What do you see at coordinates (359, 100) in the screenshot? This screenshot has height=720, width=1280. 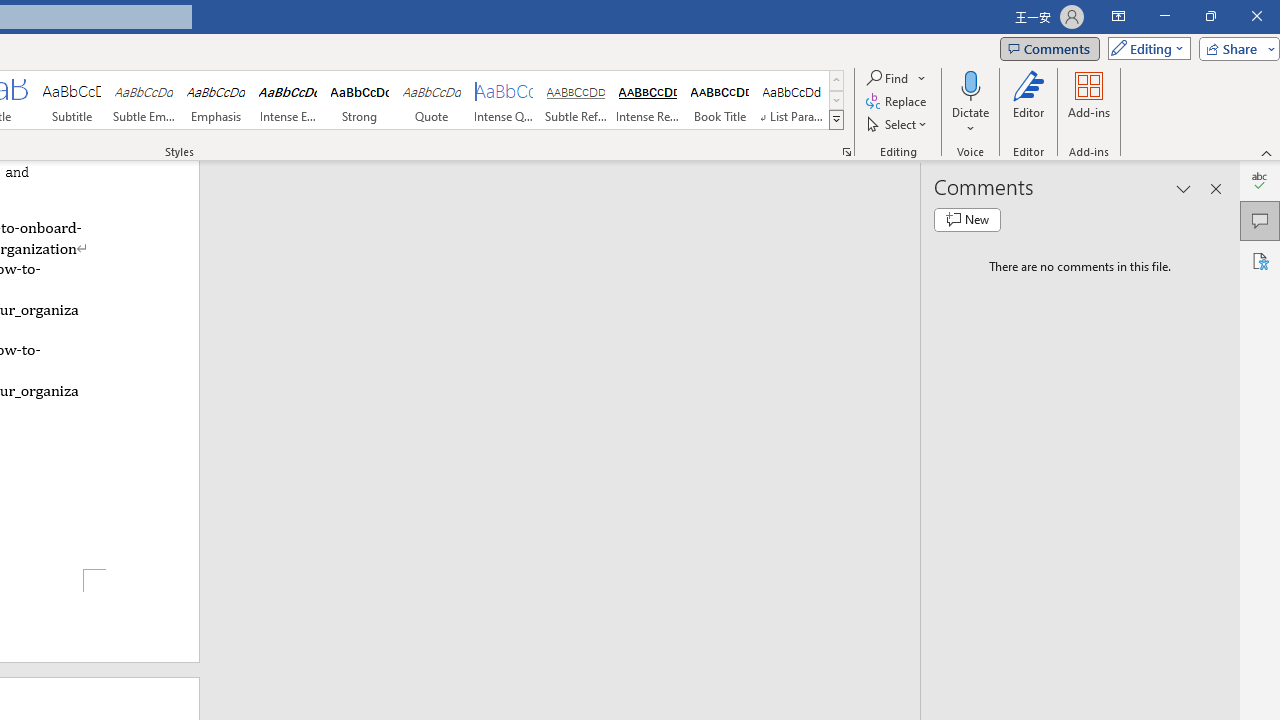 I see `'Strong'` at bounding box center [359, 100].